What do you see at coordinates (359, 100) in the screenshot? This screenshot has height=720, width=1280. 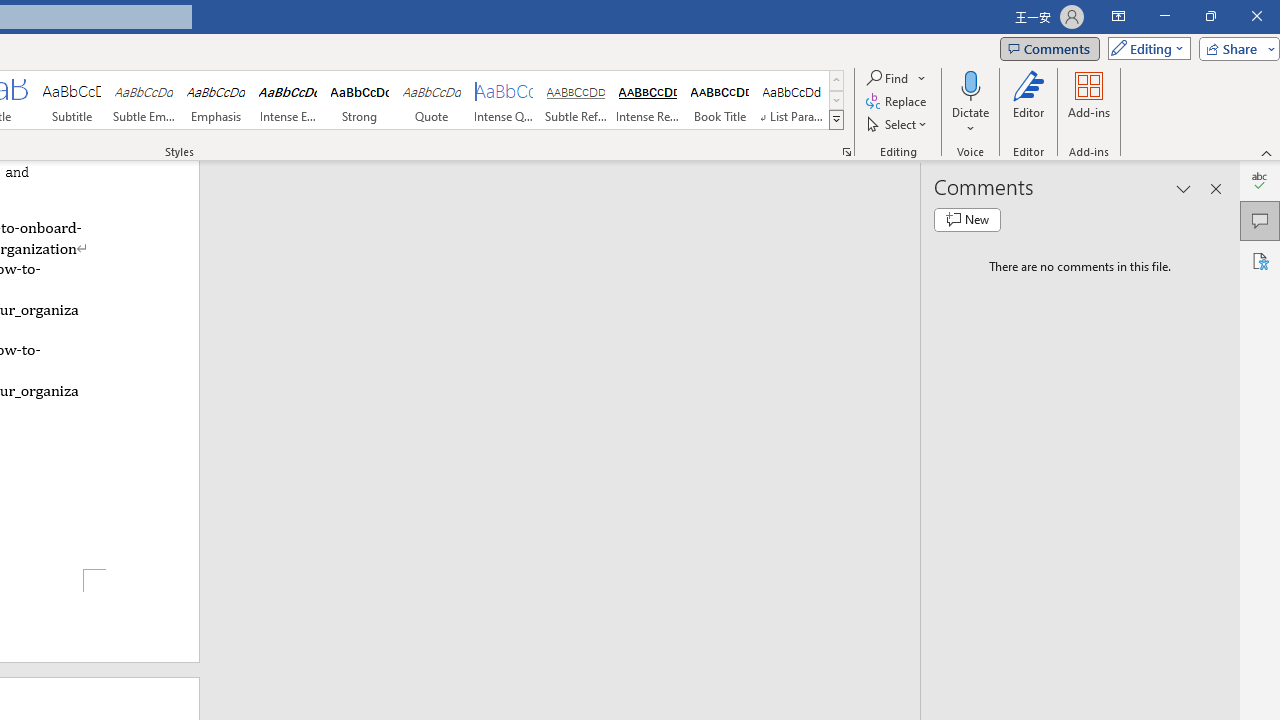 I see `'Strong'` at bounding box center [359, 100].